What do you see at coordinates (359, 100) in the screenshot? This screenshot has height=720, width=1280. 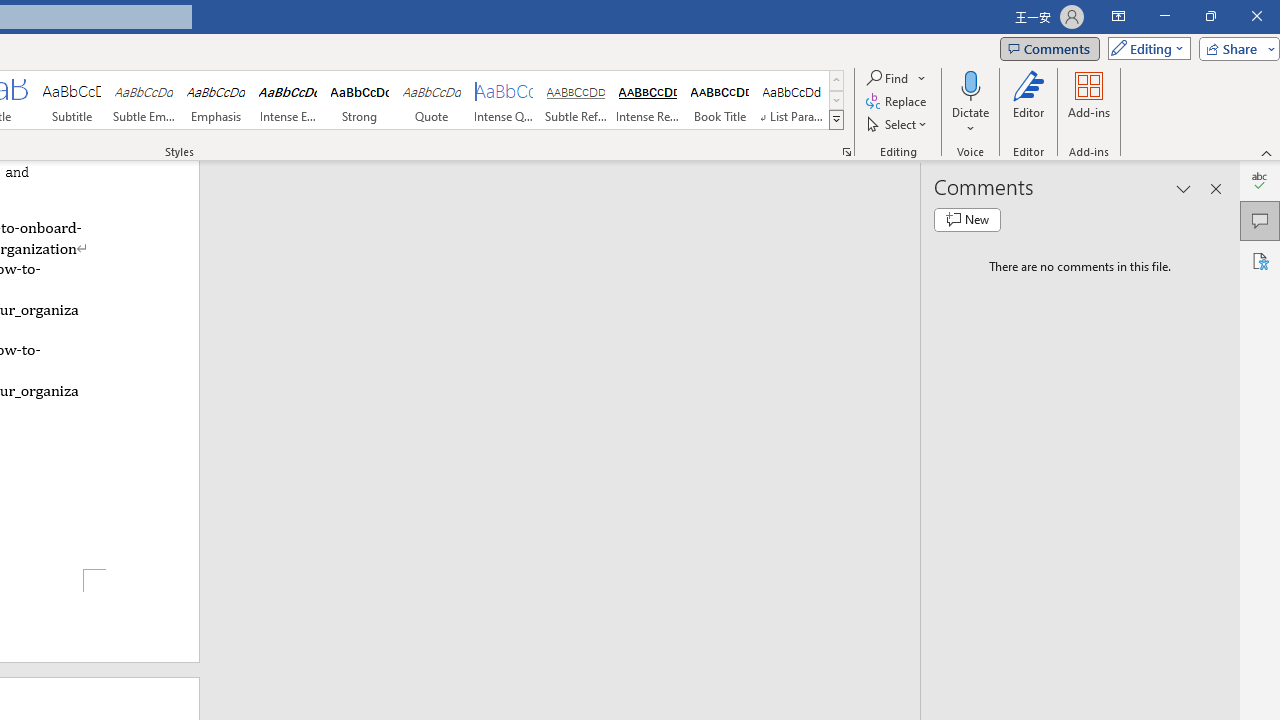 I see `'Strong'` at bounding box center [359, 100].